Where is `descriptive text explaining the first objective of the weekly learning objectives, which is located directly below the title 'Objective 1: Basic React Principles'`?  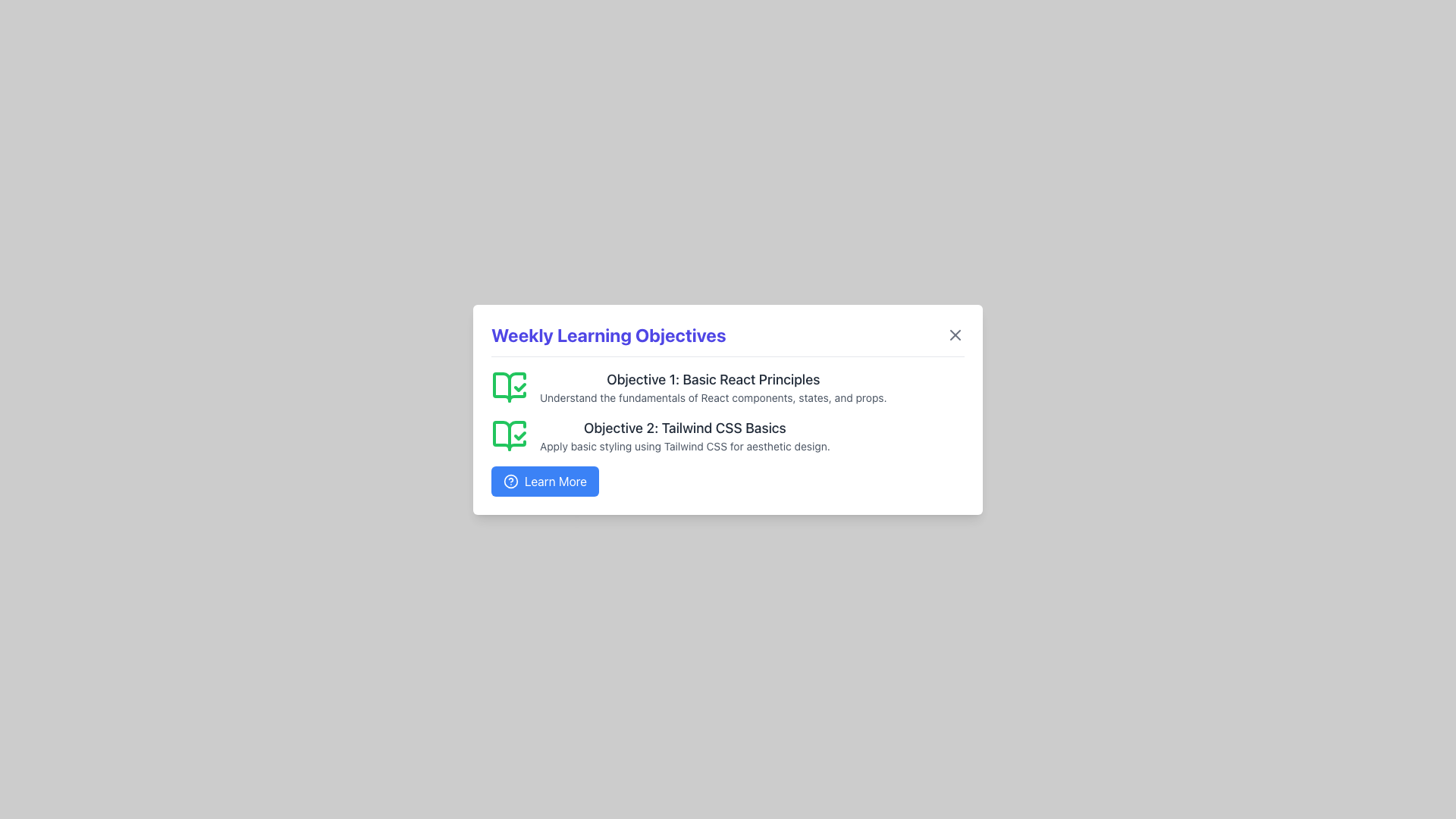
descriptive text explaining the first objective of the weekly learning objectives, which is located directly below the title 'Objective 1: Basic React Principles' is located at coordinates (712, 397).